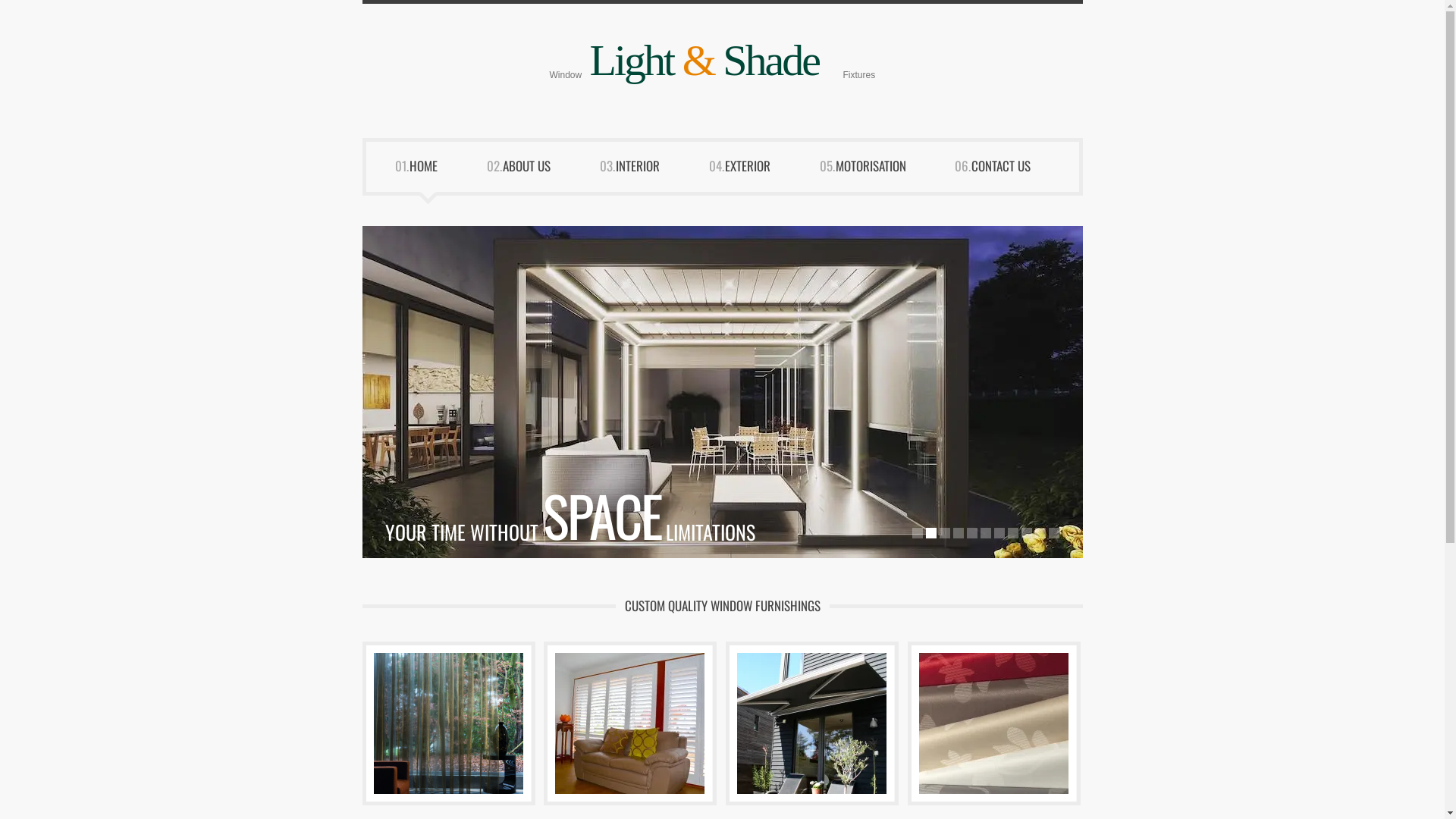 The image size is (1456, 819). Describe the element at coordinates (1012, 532) in the screenshot. I see `'8'` at that location.